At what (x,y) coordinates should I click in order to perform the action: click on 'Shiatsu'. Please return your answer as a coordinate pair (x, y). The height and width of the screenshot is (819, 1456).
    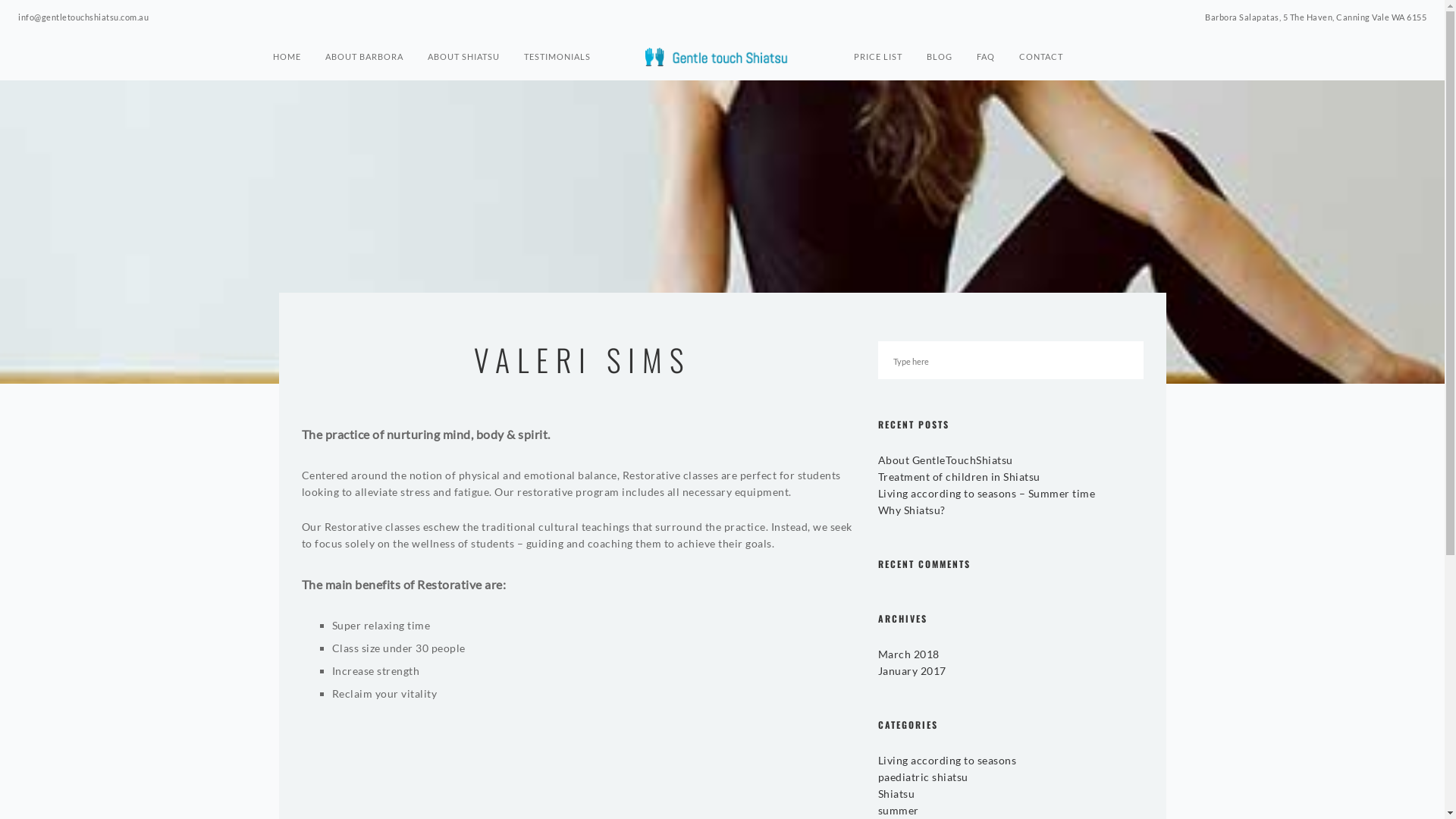
    Looking at the image, I should click on (877, 792).